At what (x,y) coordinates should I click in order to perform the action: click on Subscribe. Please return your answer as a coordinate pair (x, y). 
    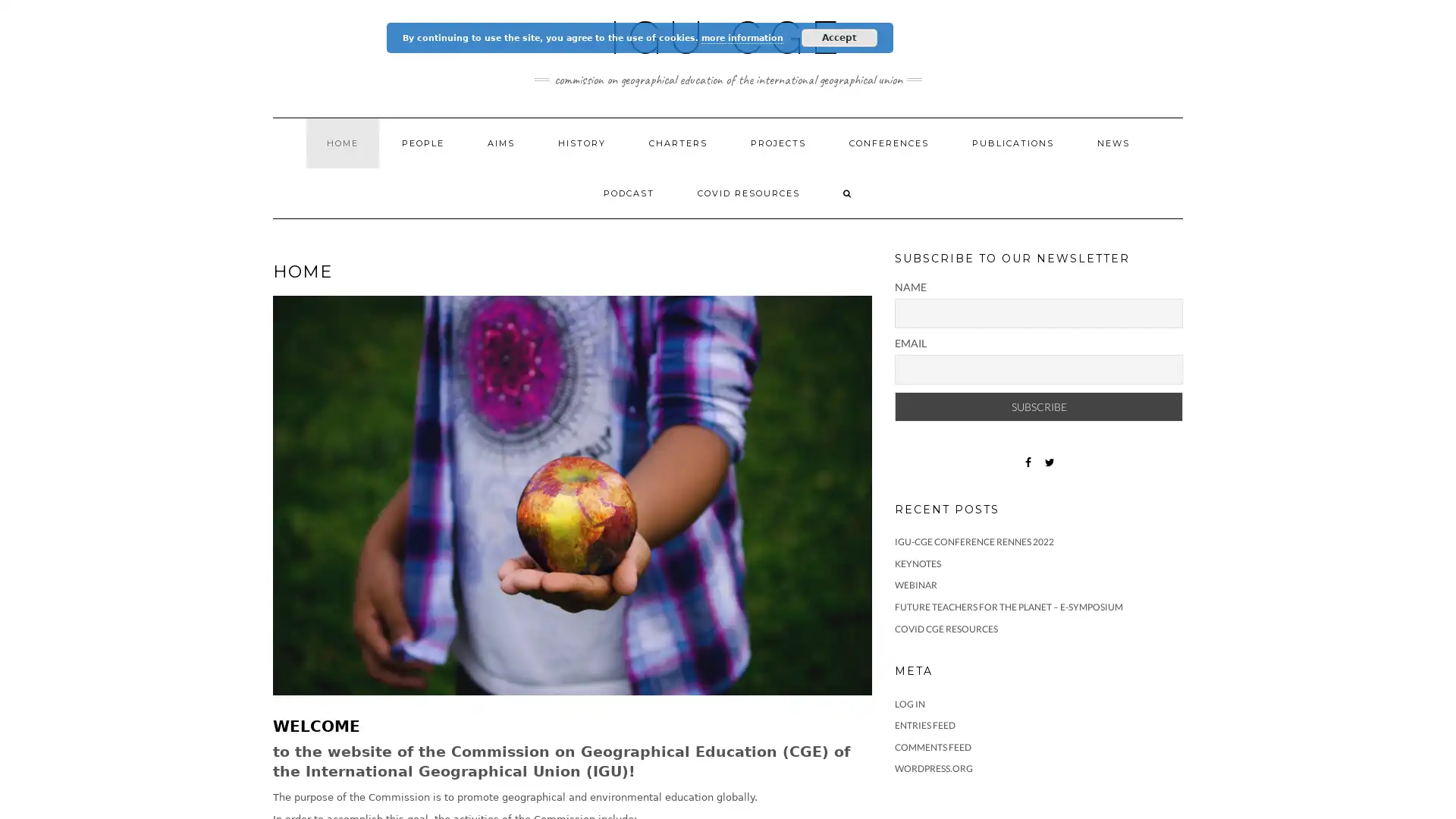
    Looking at the image, I should click on (1037, 406).